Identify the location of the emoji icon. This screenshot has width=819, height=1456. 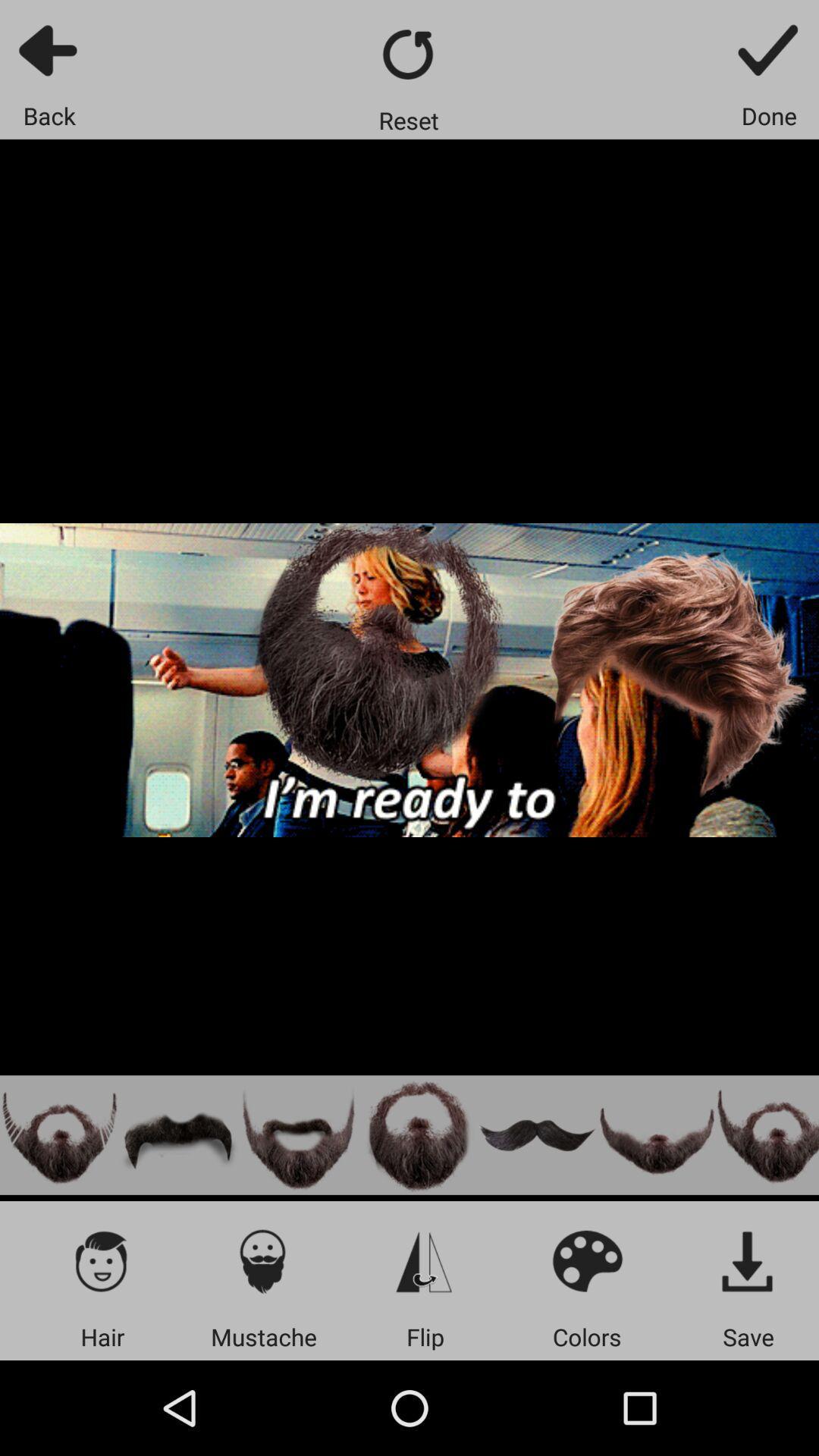
(586, 1260).